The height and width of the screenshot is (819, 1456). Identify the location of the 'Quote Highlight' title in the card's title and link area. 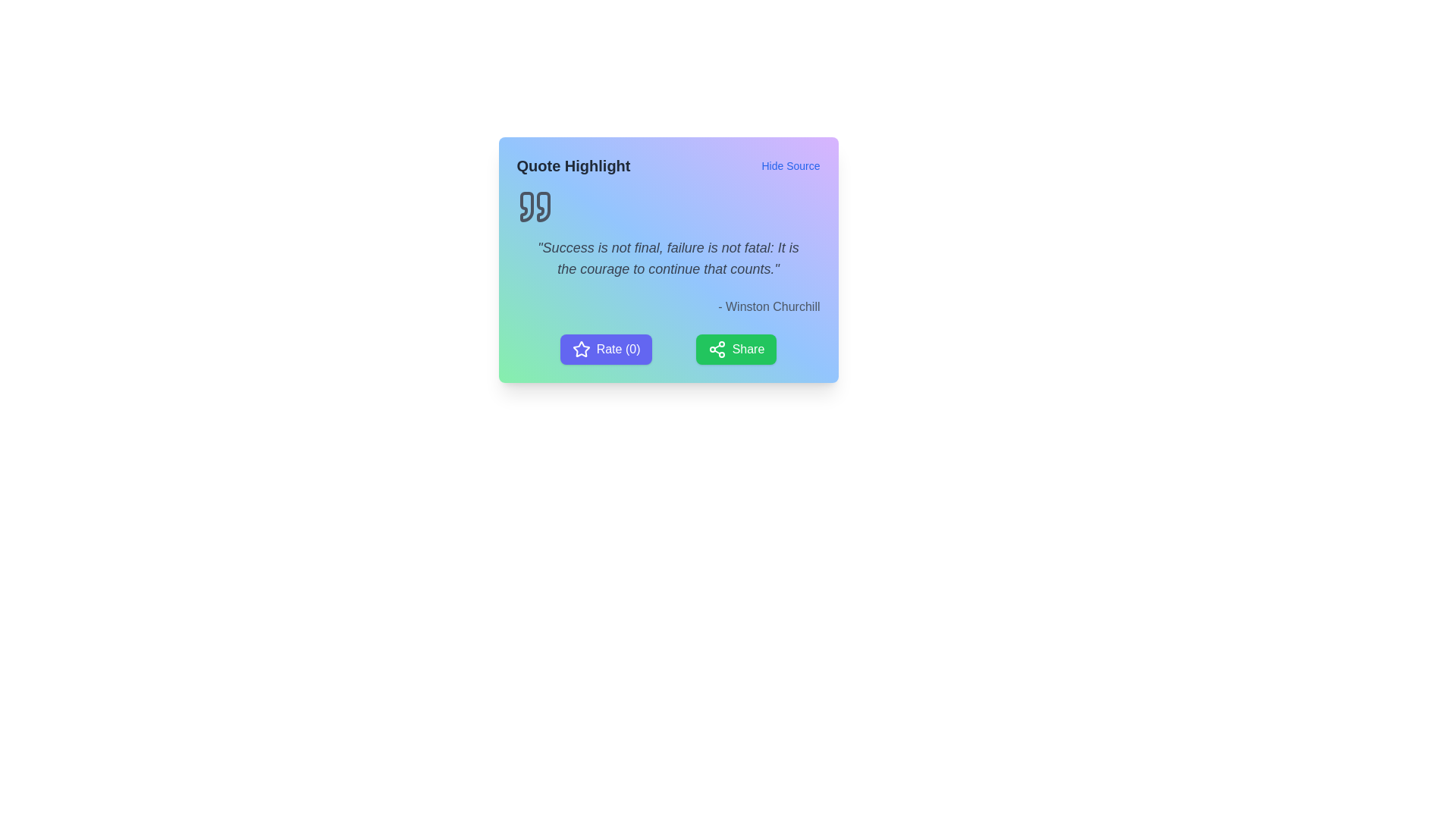
(667, 166).